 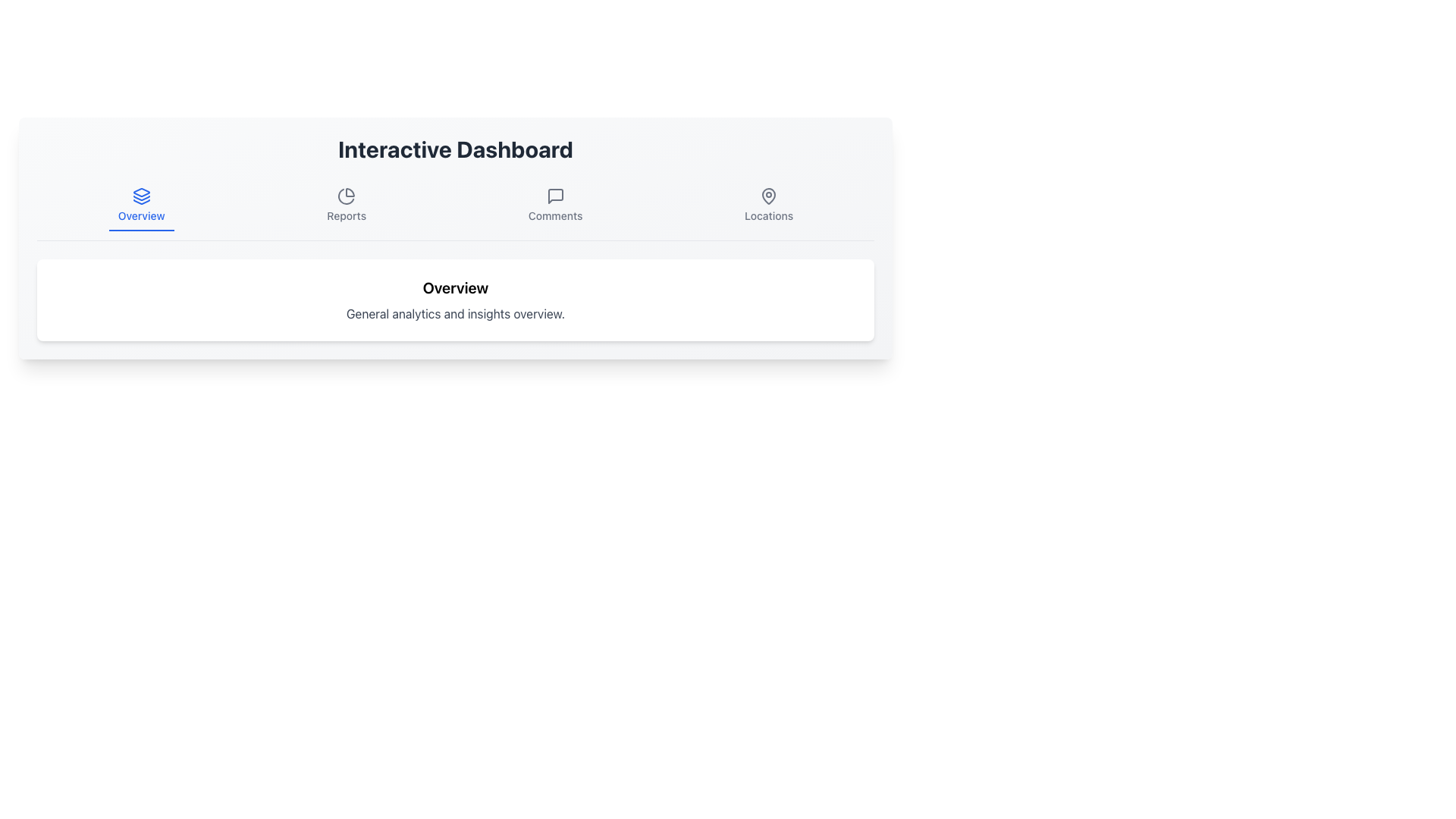 What do you see at coordinates (554, 195) in the screenshot?
I see `the 'Comments' icon located in the top-central area of the interface, above the label 'Comments'` at bounding box center [554, 195].